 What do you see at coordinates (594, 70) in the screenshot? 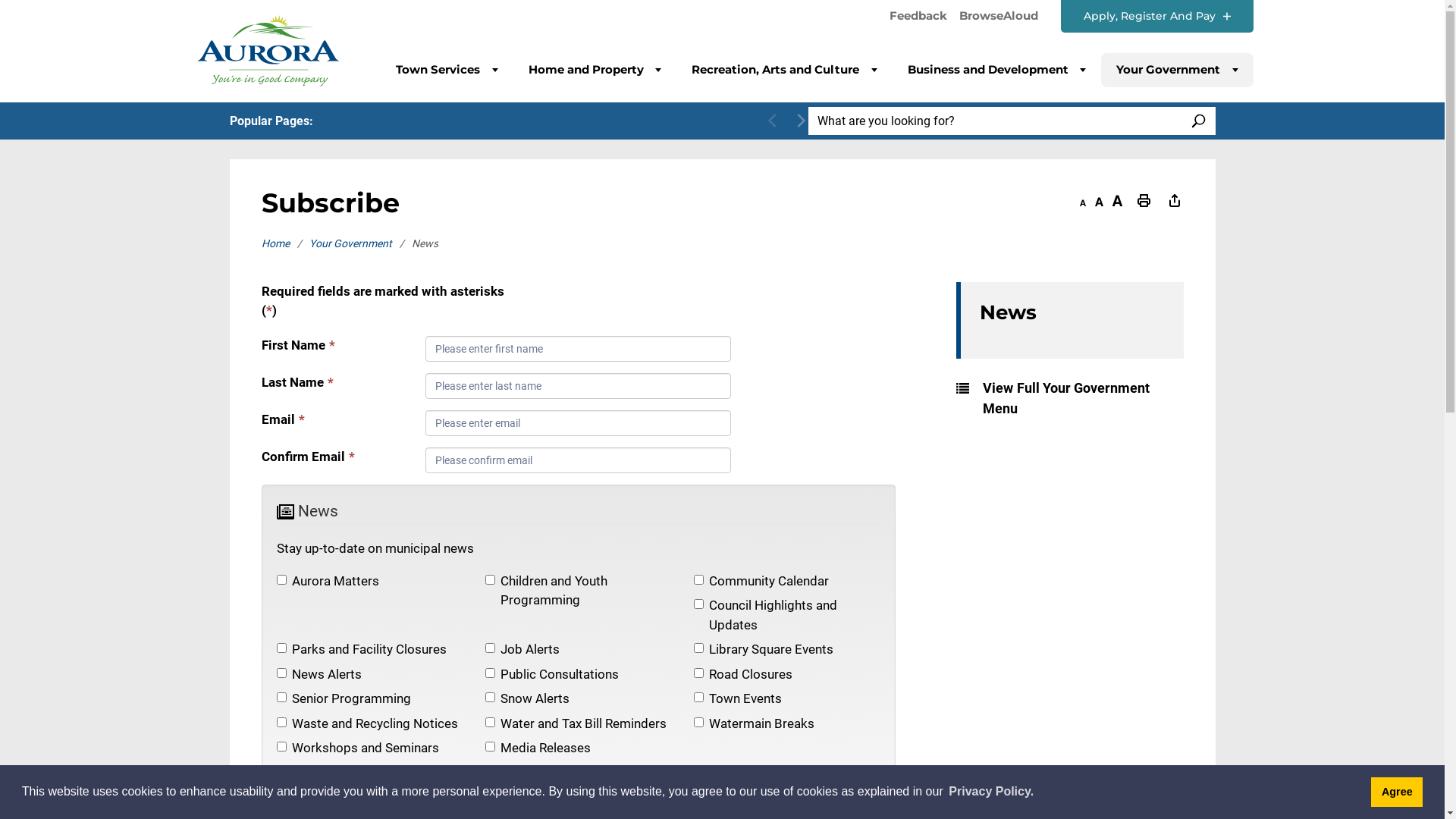
I see `'Home and Property'` at bounding box center [594, 70].